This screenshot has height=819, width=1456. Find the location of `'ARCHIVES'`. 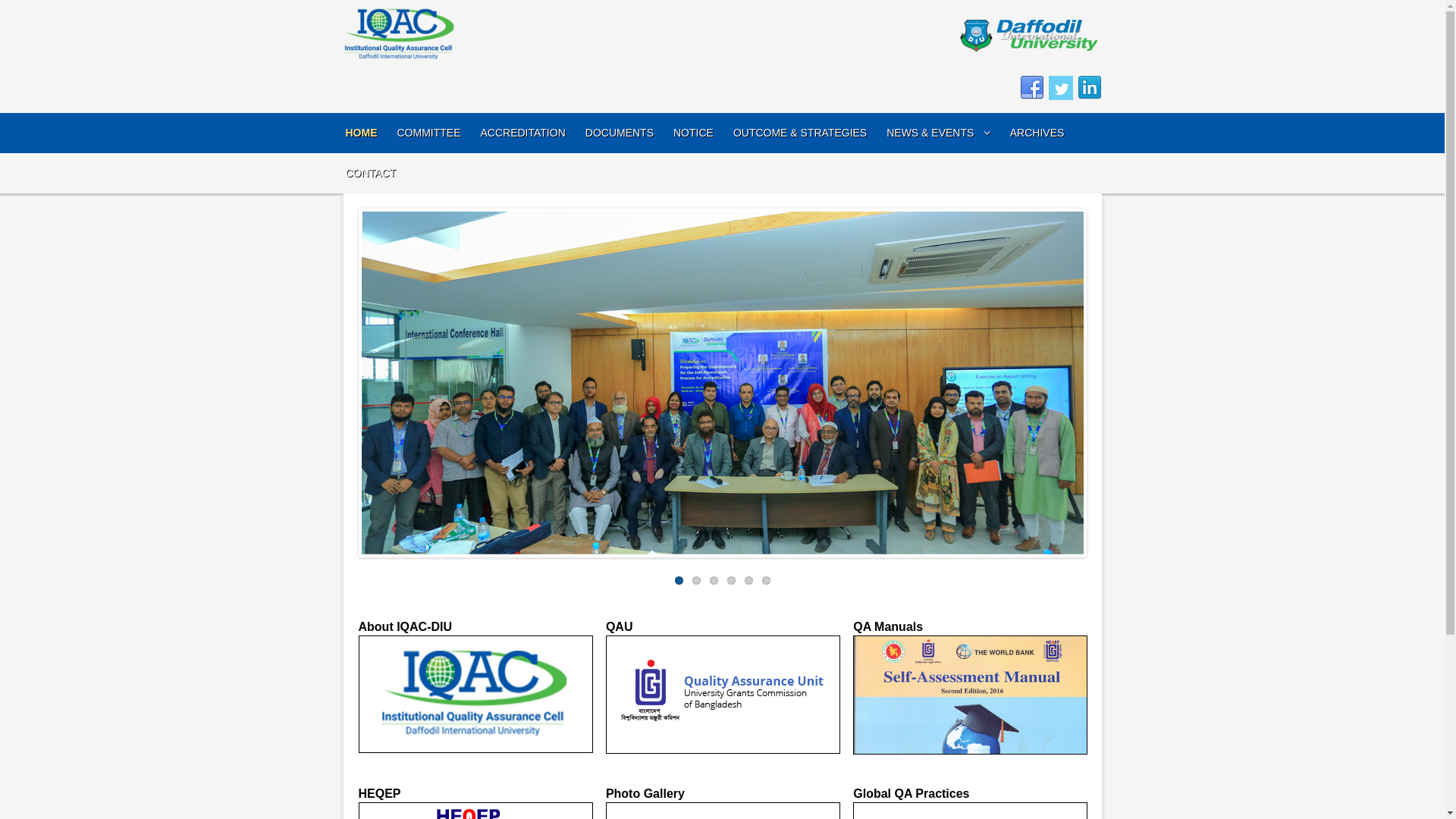

'ARCHIVES' is located at coordinates (1009, 132).